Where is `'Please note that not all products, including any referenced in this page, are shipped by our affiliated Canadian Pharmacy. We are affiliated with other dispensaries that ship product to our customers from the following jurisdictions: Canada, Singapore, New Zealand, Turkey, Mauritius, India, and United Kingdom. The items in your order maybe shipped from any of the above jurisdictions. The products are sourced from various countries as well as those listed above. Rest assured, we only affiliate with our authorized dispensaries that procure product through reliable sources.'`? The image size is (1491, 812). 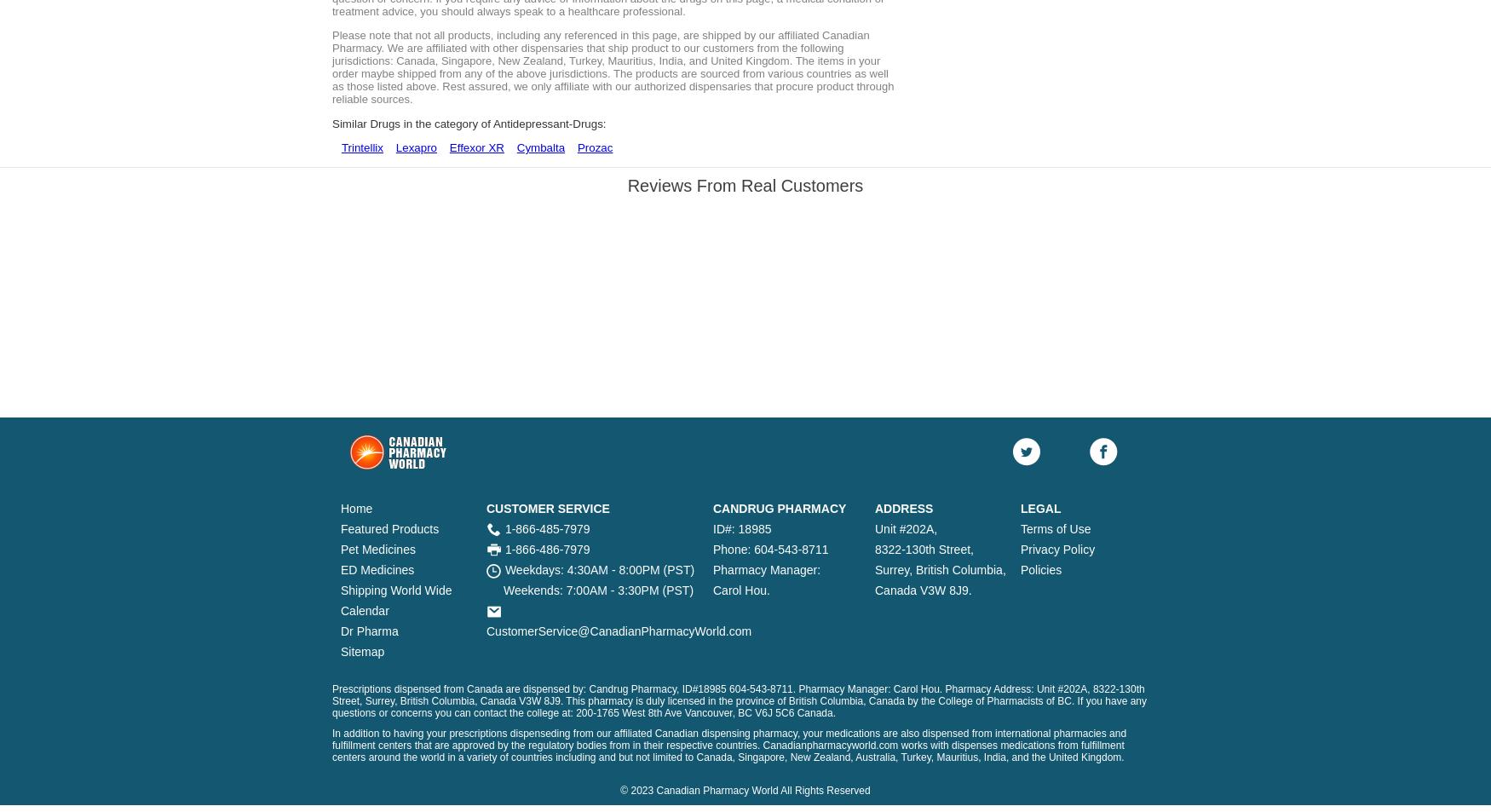 'Please note that not all products, including any referenced in this page, are shipped by our affiliated Canadian Pharmacy. We are affiliated with other dispensaries that ship product to our customers from the following jurisdictions: Canada, Singapore, New Zealand, Turkey, Mauritius, India, and United Kingdom. The items in your order maybe shipped from any of the above jurisdictions. The products are sourced from various countries as well as those listed above. Rest assured, we only affiliate with our authorized dispensaries that procure product through reliable sources.' is located at coordinates (331, 66).